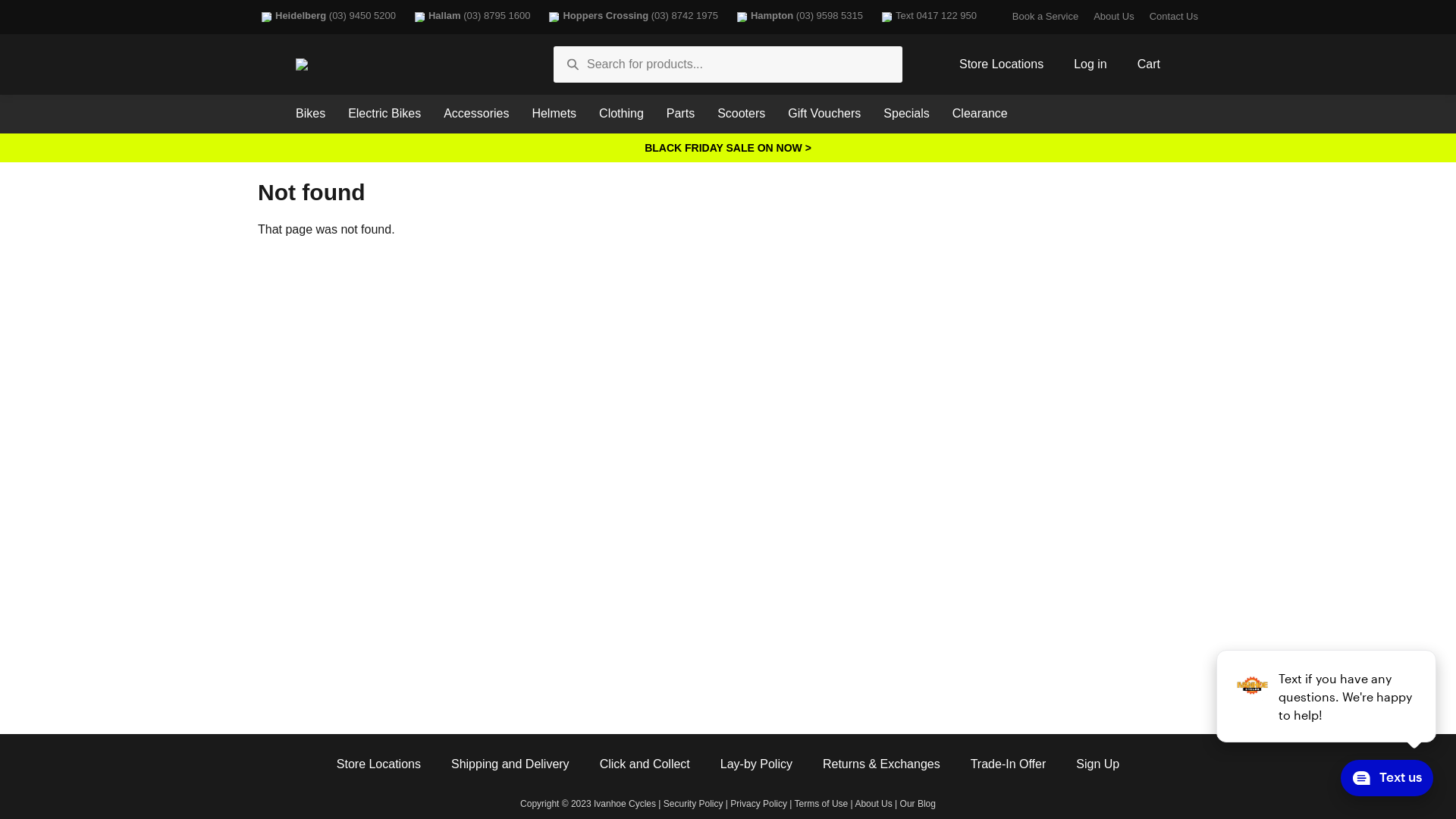  Describe the element at coordinates (1001, 64) in the screenshot. I see `'Store Locations'` at that location.